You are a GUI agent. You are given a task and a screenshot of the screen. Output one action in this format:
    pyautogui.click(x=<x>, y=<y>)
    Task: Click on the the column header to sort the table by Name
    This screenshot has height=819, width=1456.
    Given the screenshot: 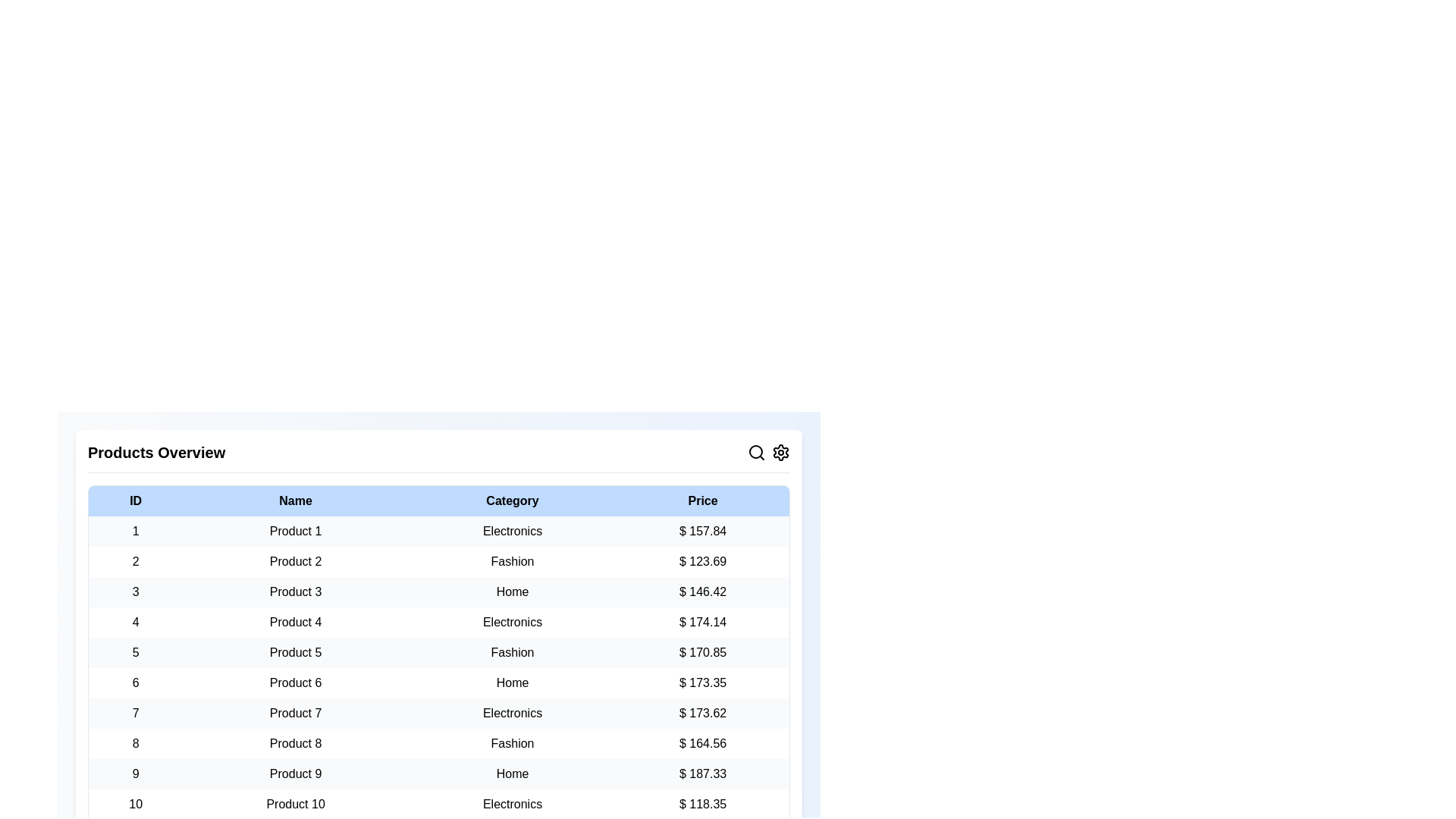 What is the action you would take?
    pyautogui.click(x=295, y=500)
    